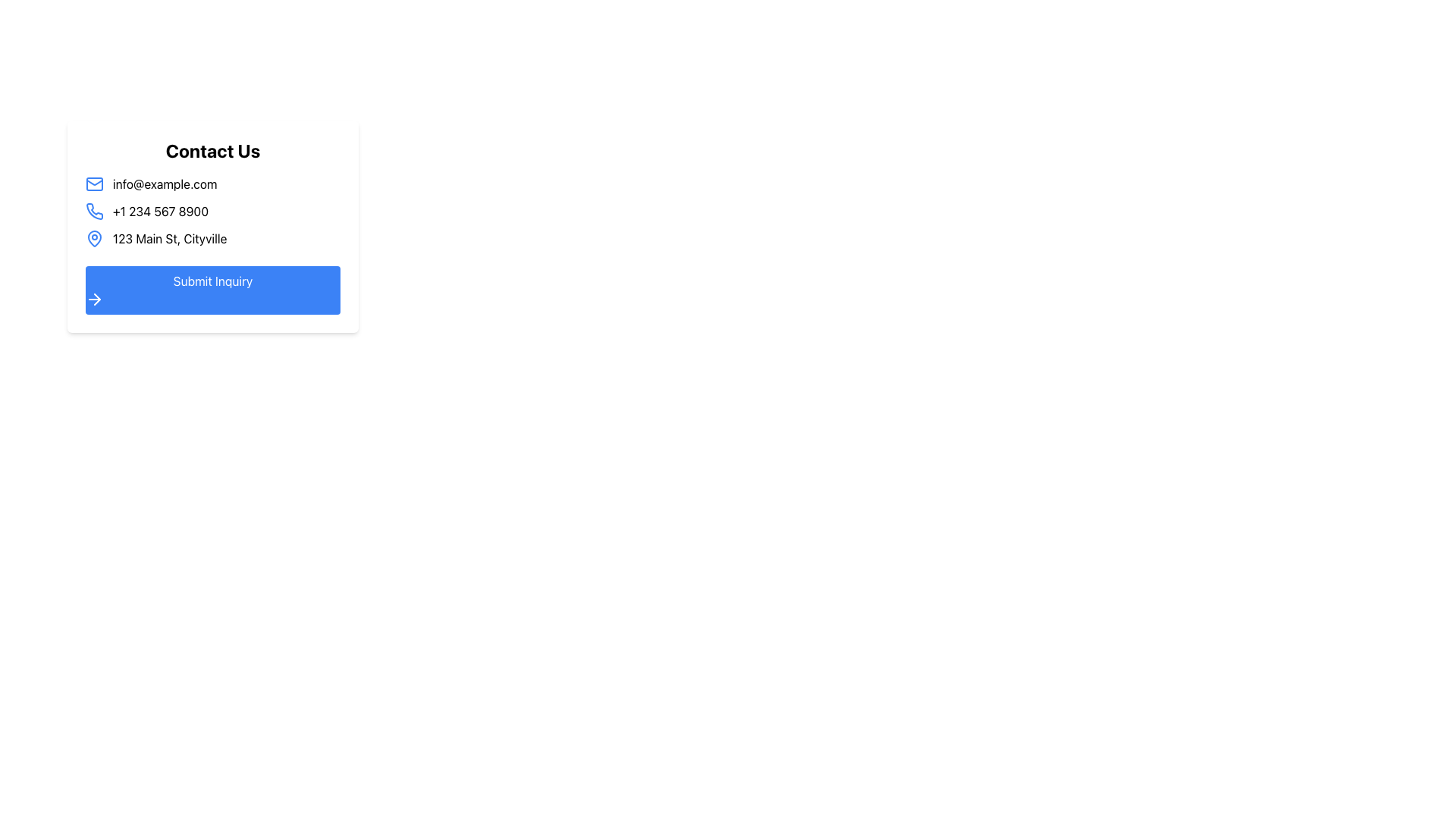 The height and width of the screenshot is (819, 1456). I want to click on the blue phone icon located next to the text '+1 234 567 8900' to interact with the phone contact functionality, so click(93, 211).